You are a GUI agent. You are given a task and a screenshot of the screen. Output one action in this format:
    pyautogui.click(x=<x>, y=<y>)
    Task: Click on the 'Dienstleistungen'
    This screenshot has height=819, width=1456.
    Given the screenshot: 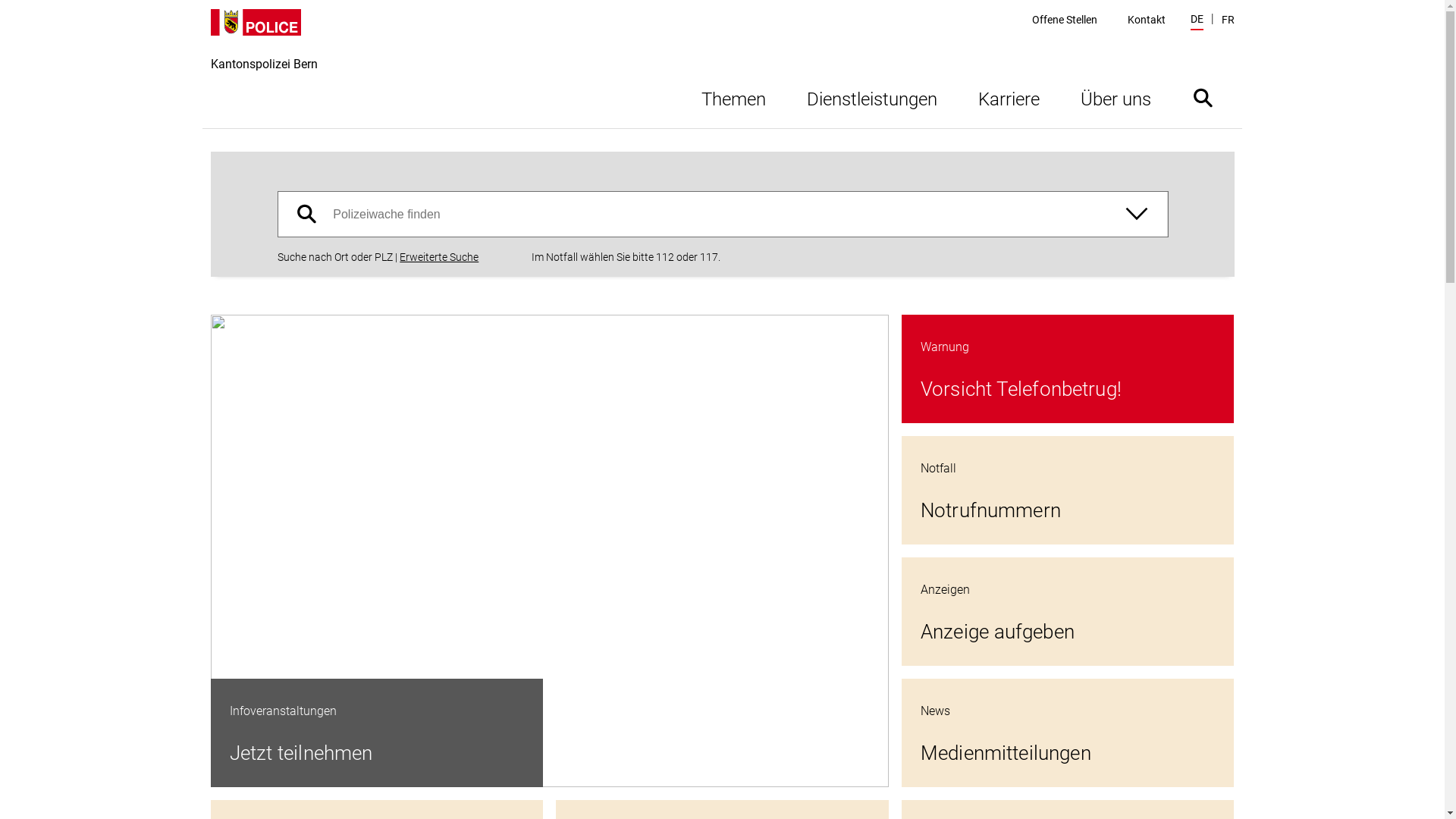 What is the action you would take?
    pyautogui.click(x=871, y=97)
    